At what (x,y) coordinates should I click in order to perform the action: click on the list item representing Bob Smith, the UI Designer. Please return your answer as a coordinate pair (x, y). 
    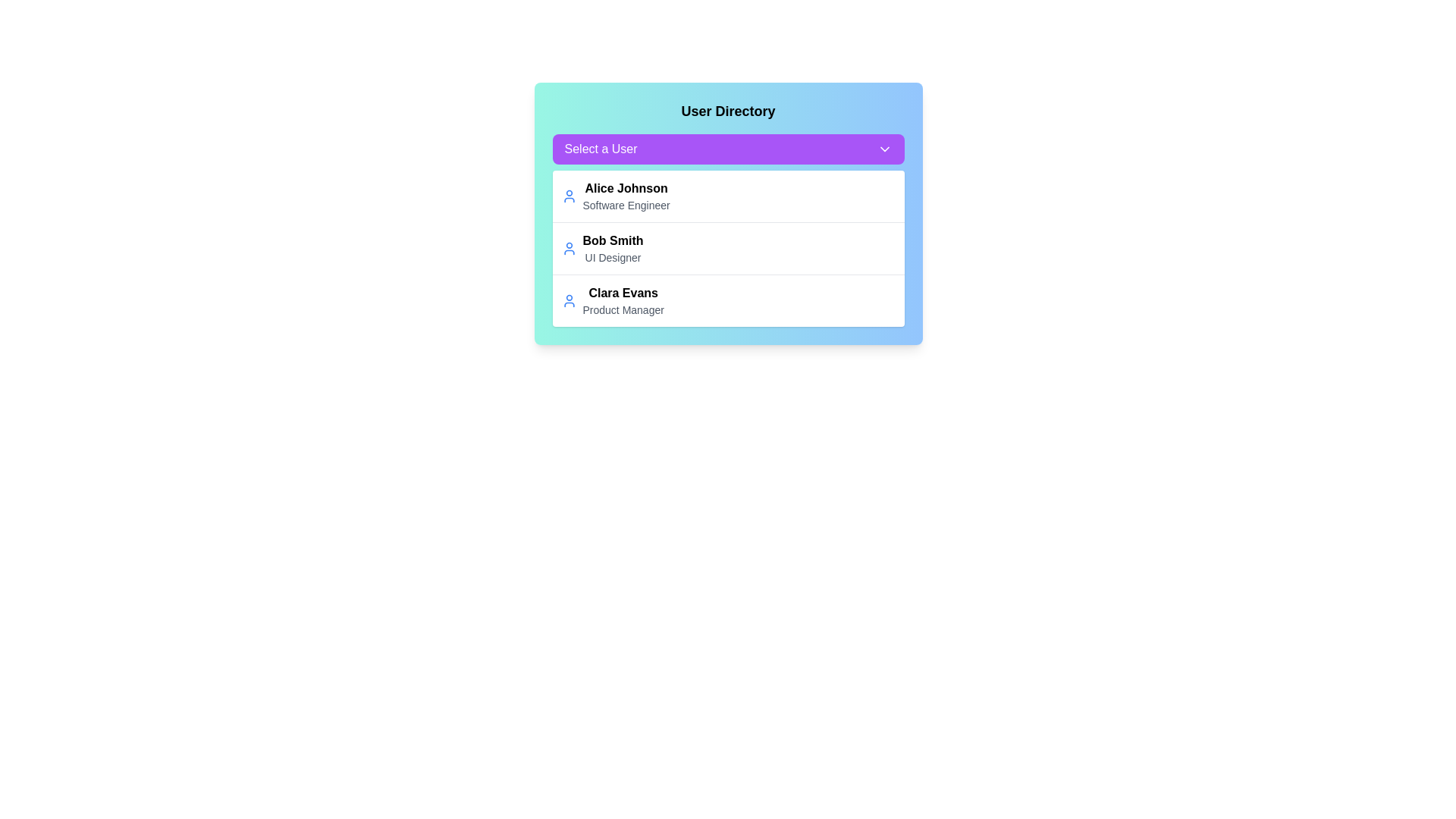
    Looking at the image, I should click on (728, 247).